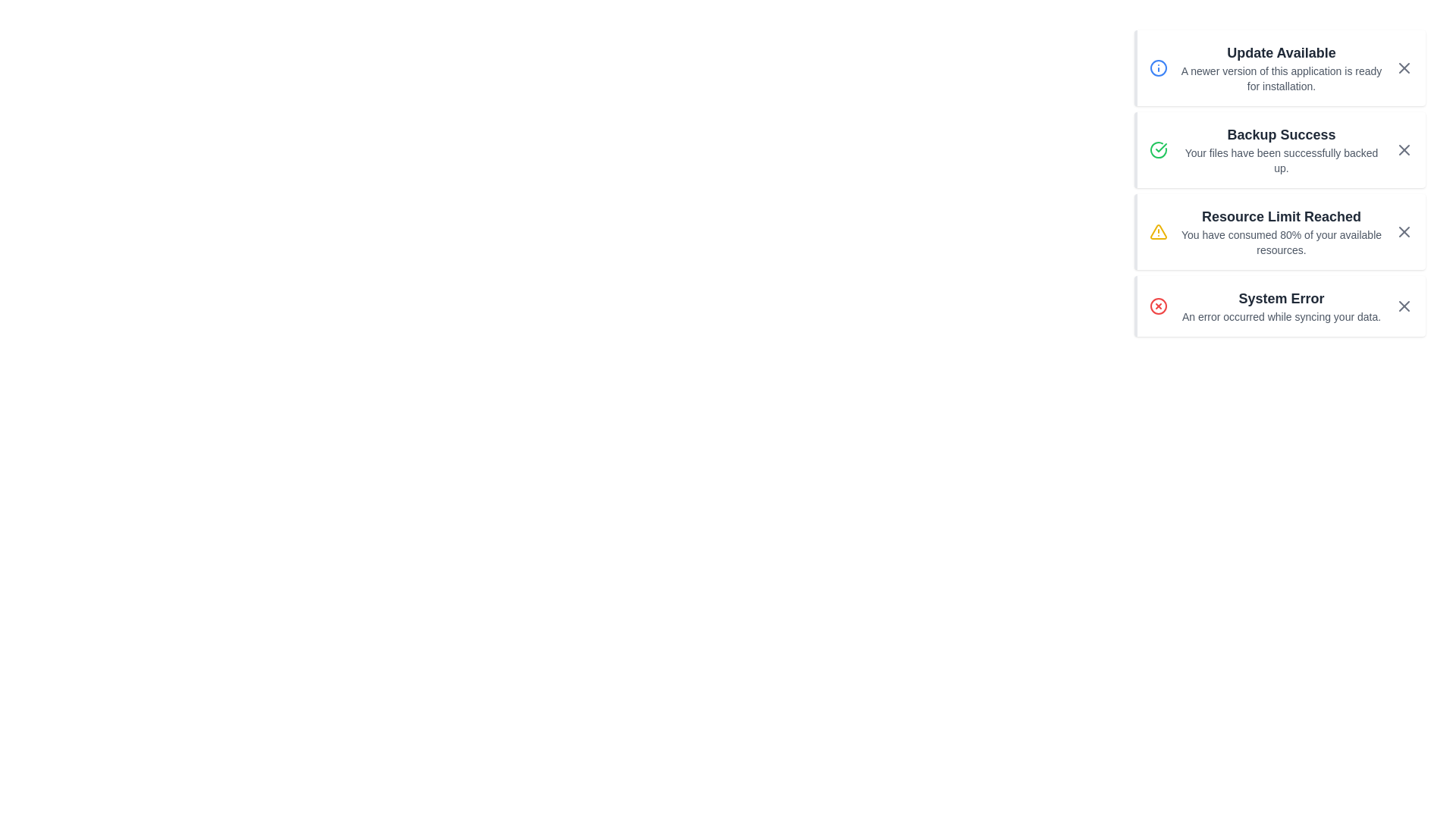  What do you see at coordinates (1280, 79) in the screenshot?
I see `the informational message about the availability of a newer version of the application, located in the 'Update Available' notification block, just below its title` at bounding box center [1280, 79].